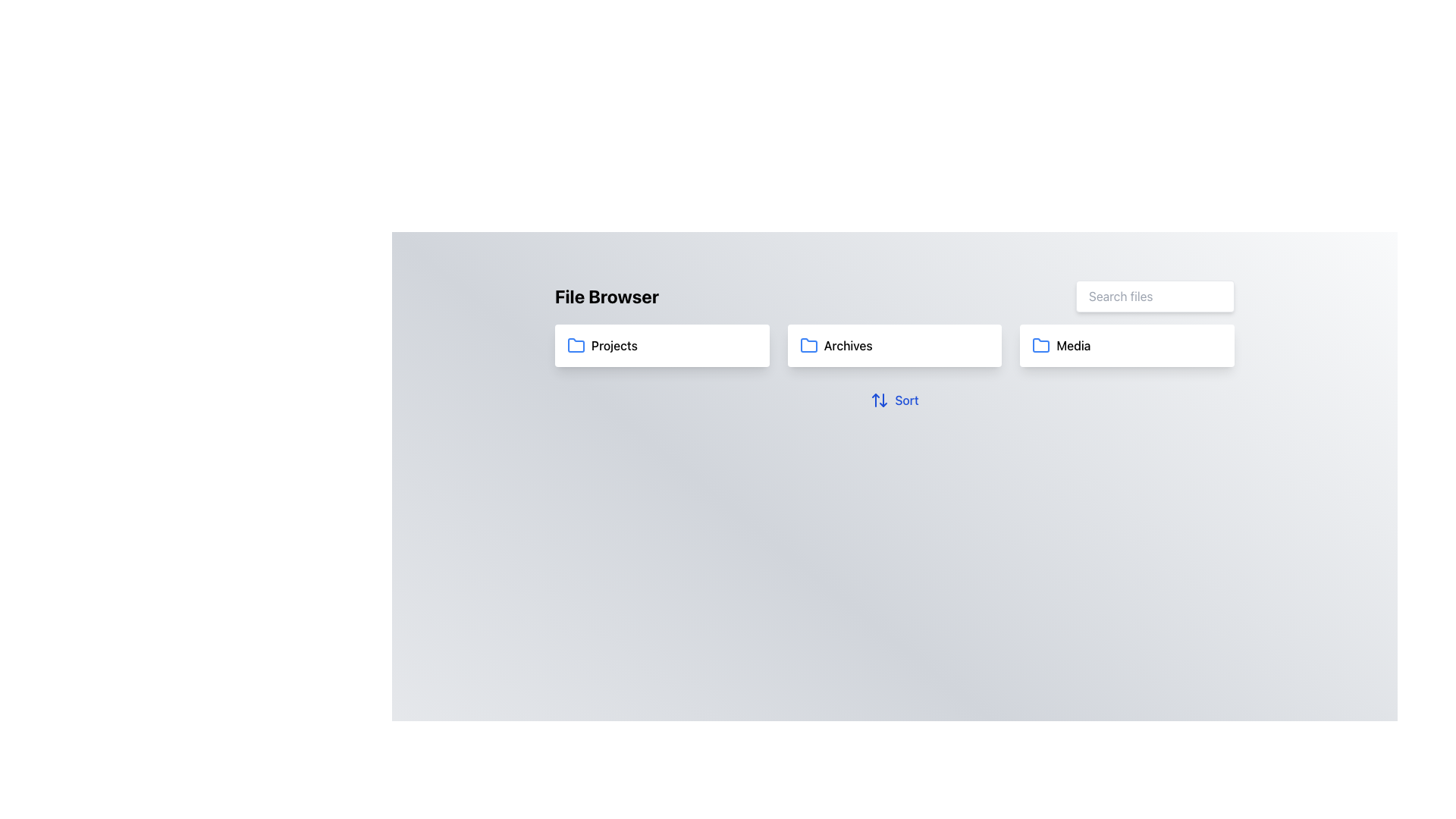 The height and width of the screenshot is (819, 1456). I want to click on the folder icon with a blue minimalist line art design located in the bottom-right part of the 'Media' card, directly to the left of the 'Media' text label, so click(1040, 345).